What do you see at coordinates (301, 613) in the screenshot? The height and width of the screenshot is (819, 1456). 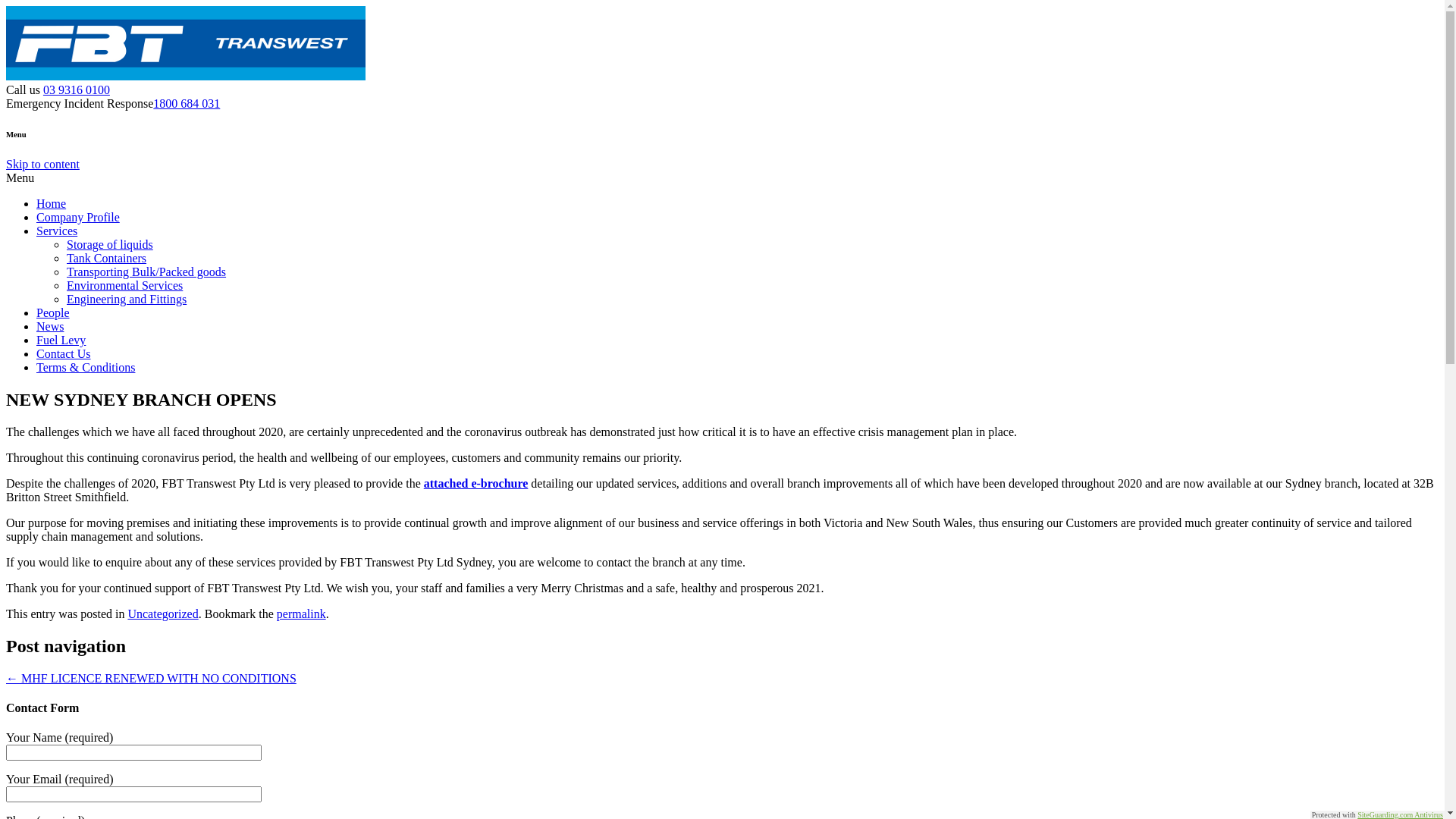 I see `'permalink'` at bounding box center [301, 613].